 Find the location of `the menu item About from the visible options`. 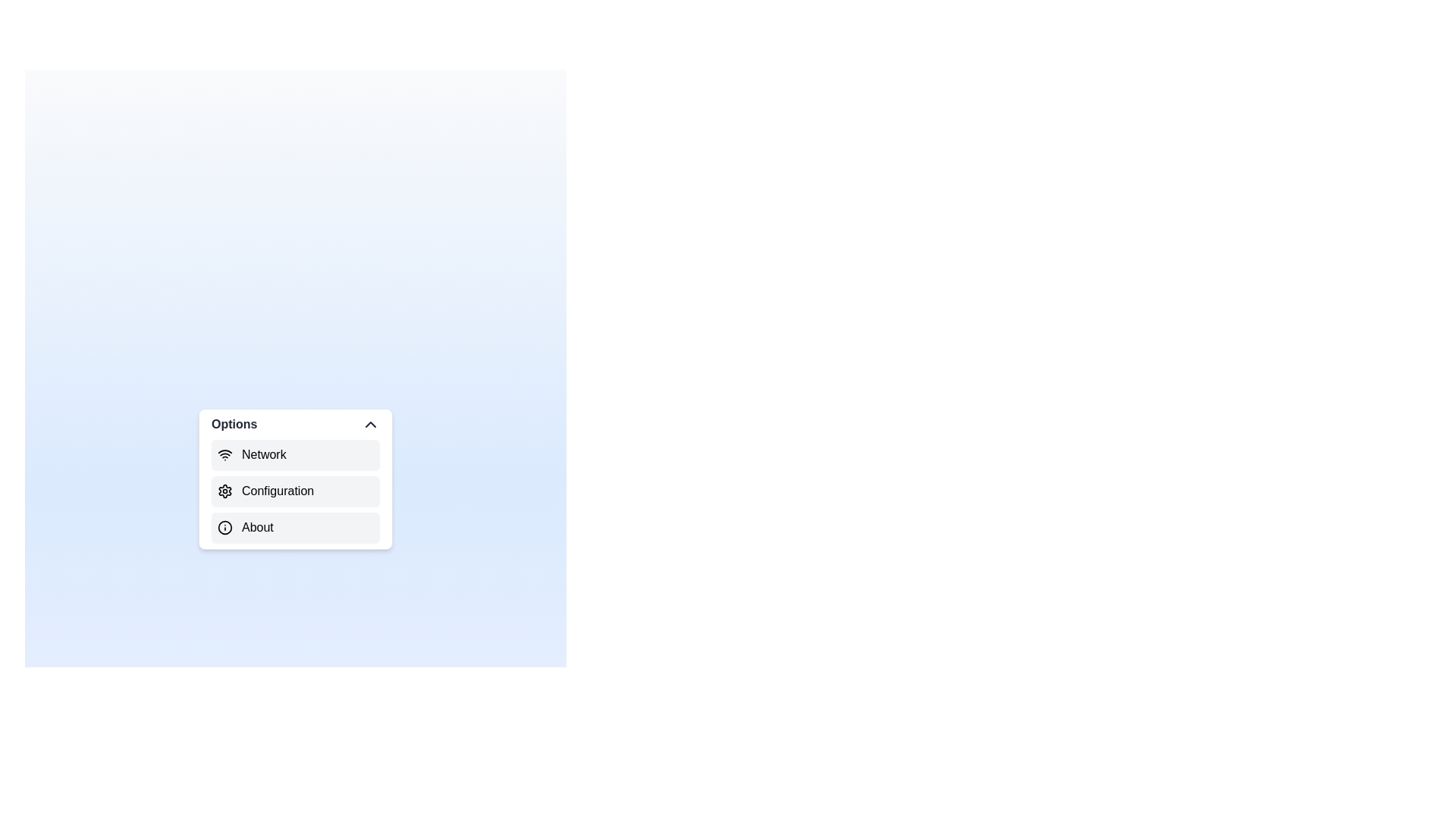

the menu item About from the visible options is located at coordinates (295, 526).